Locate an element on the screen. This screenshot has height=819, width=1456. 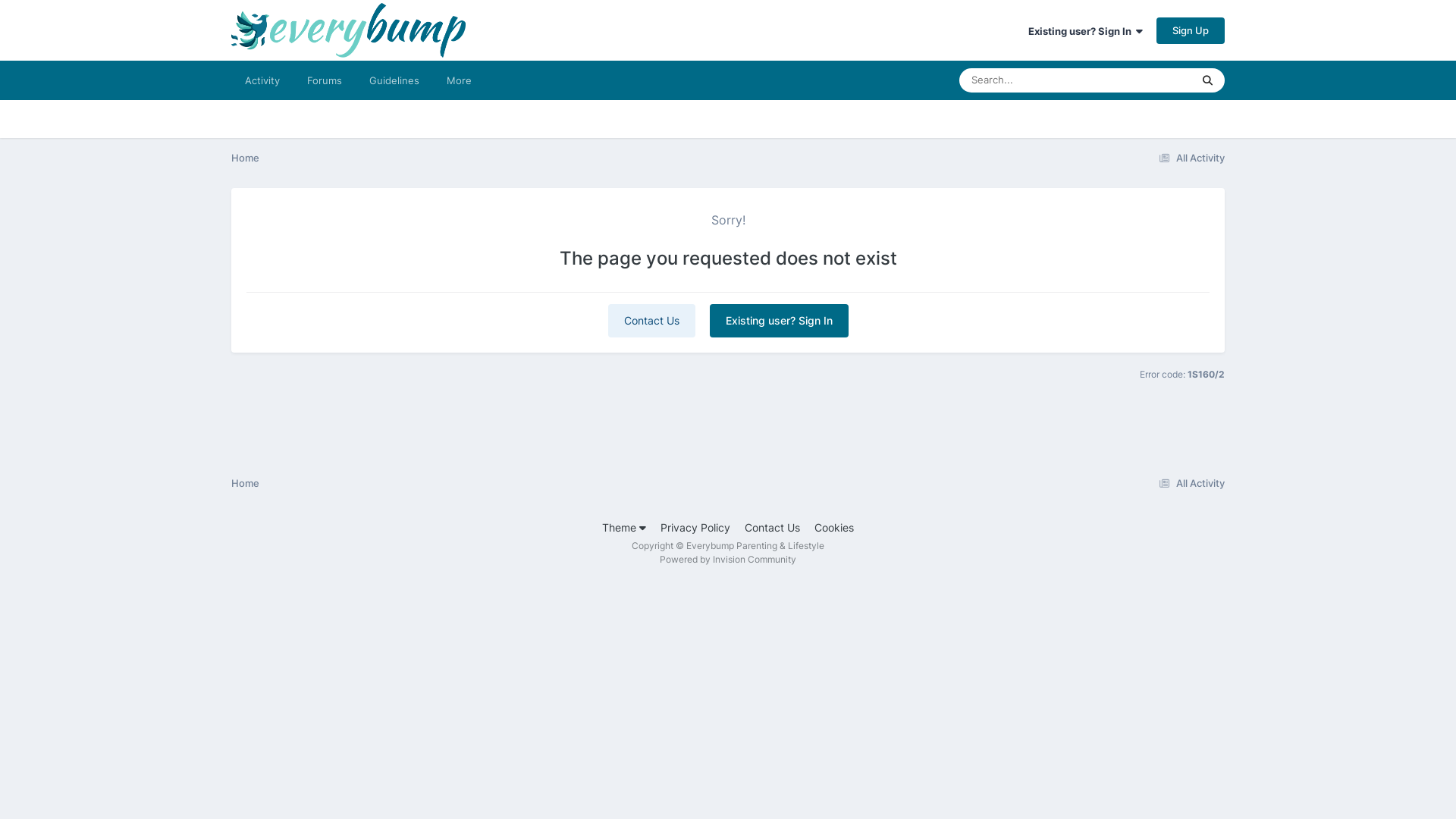
'Cookies' is located at coordinates (833, 526).